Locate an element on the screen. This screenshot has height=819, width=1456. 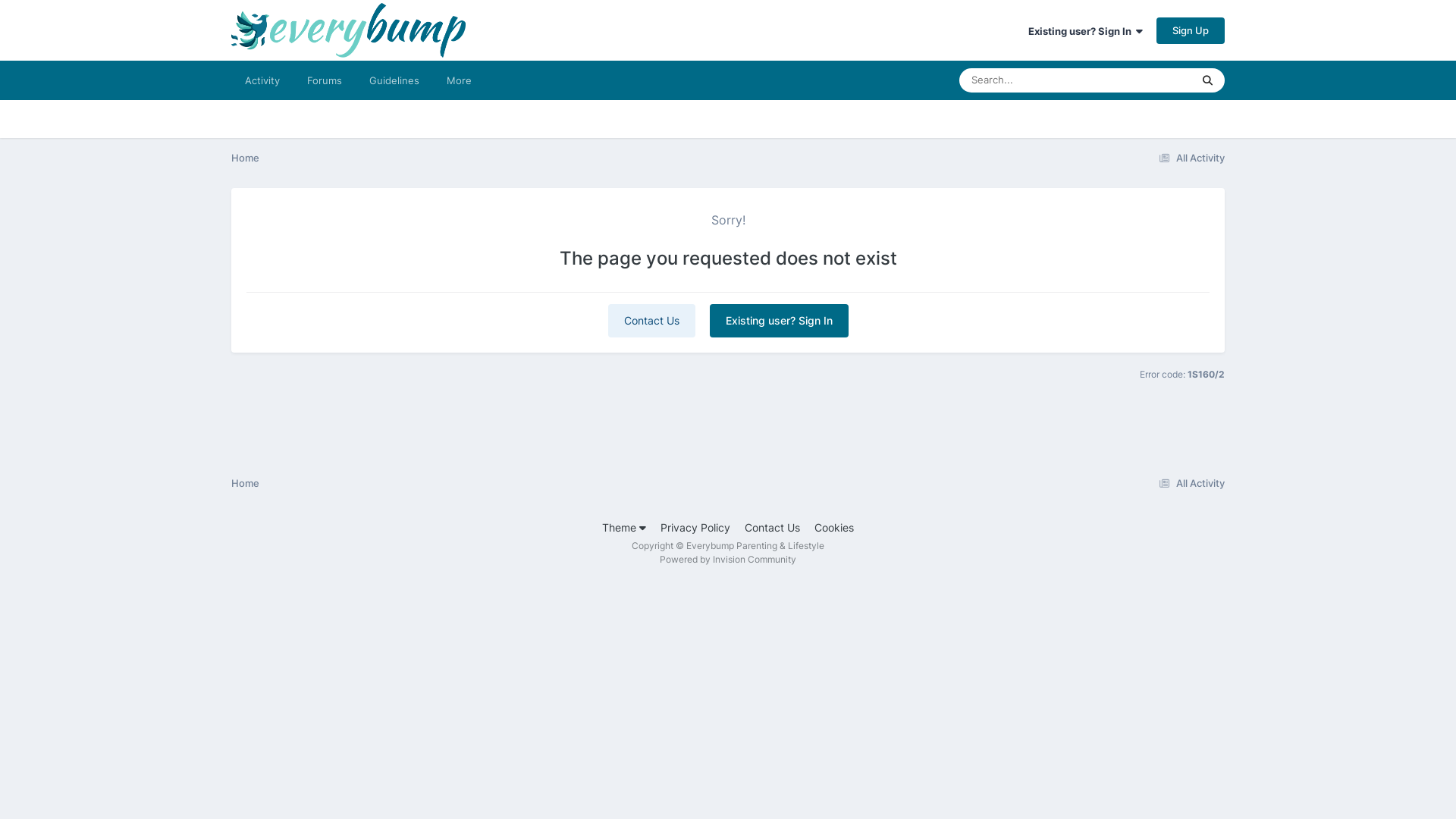
'Cookies' is located at coordinates (833, 526).